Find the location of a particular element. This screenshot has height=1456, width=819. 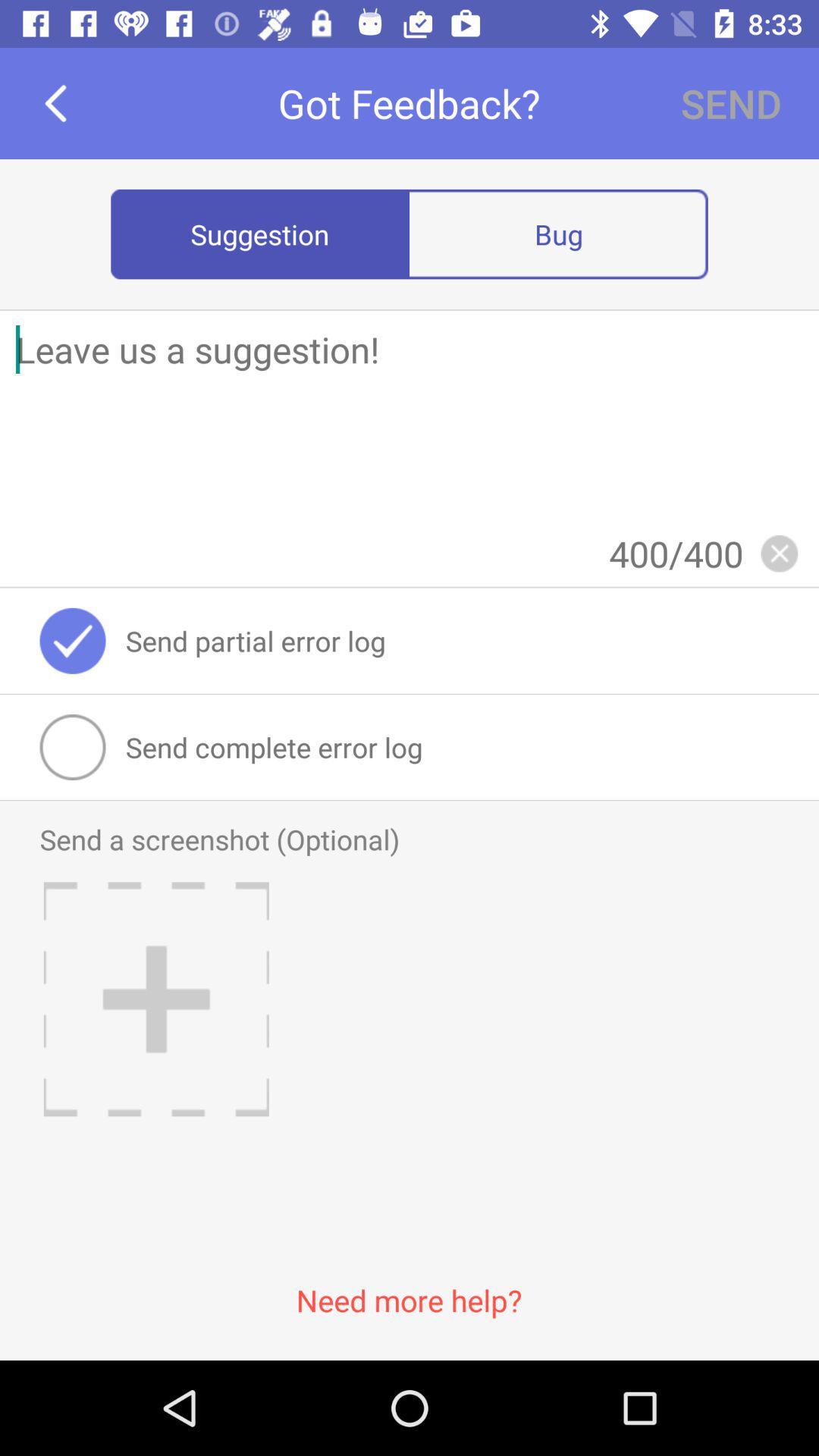

the item next to send partial error is located at coordinates (73, 641).